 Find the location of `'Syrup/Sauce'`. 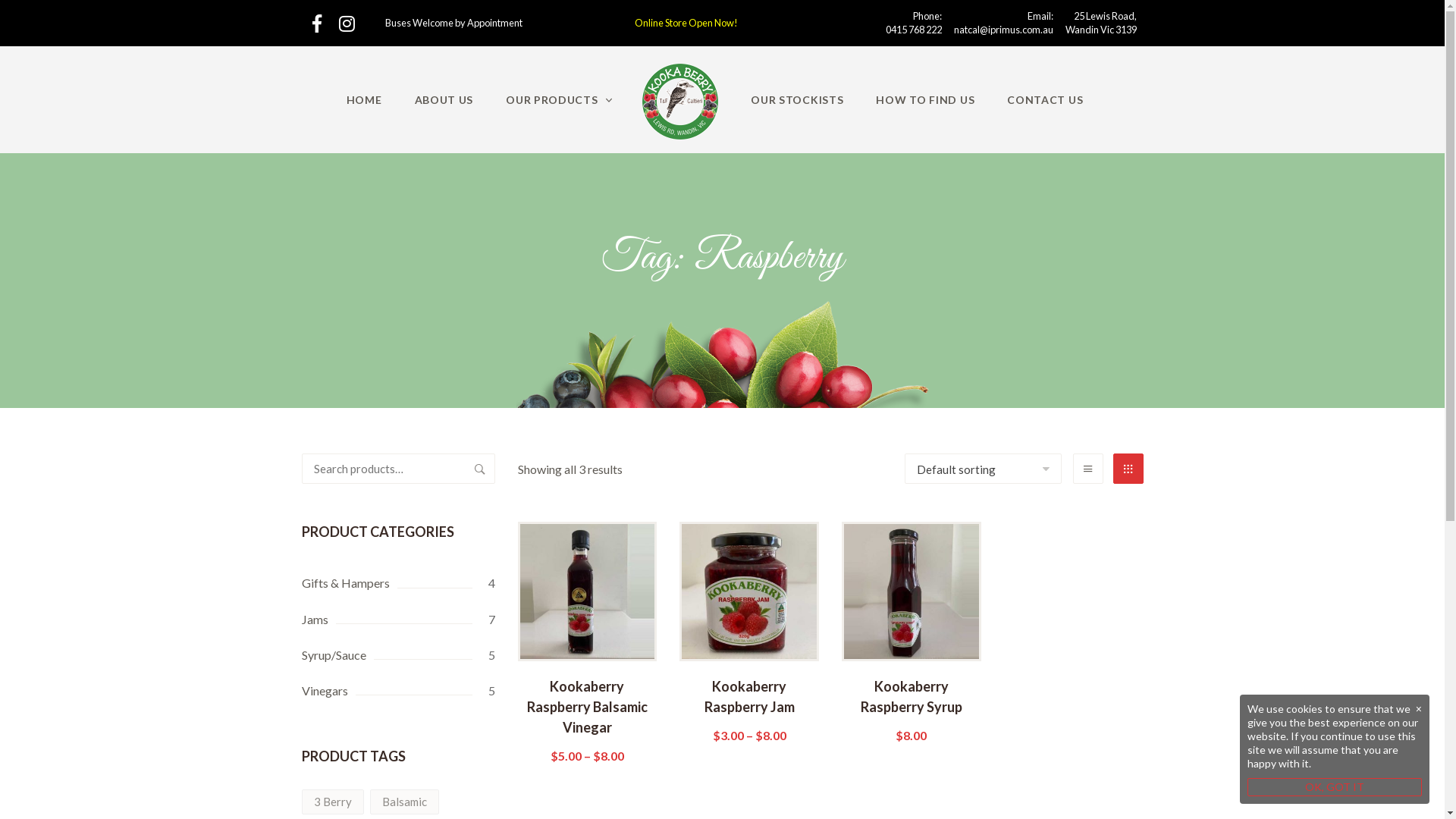

'Syrup/Sauce' is located at coordinates (398, 654).